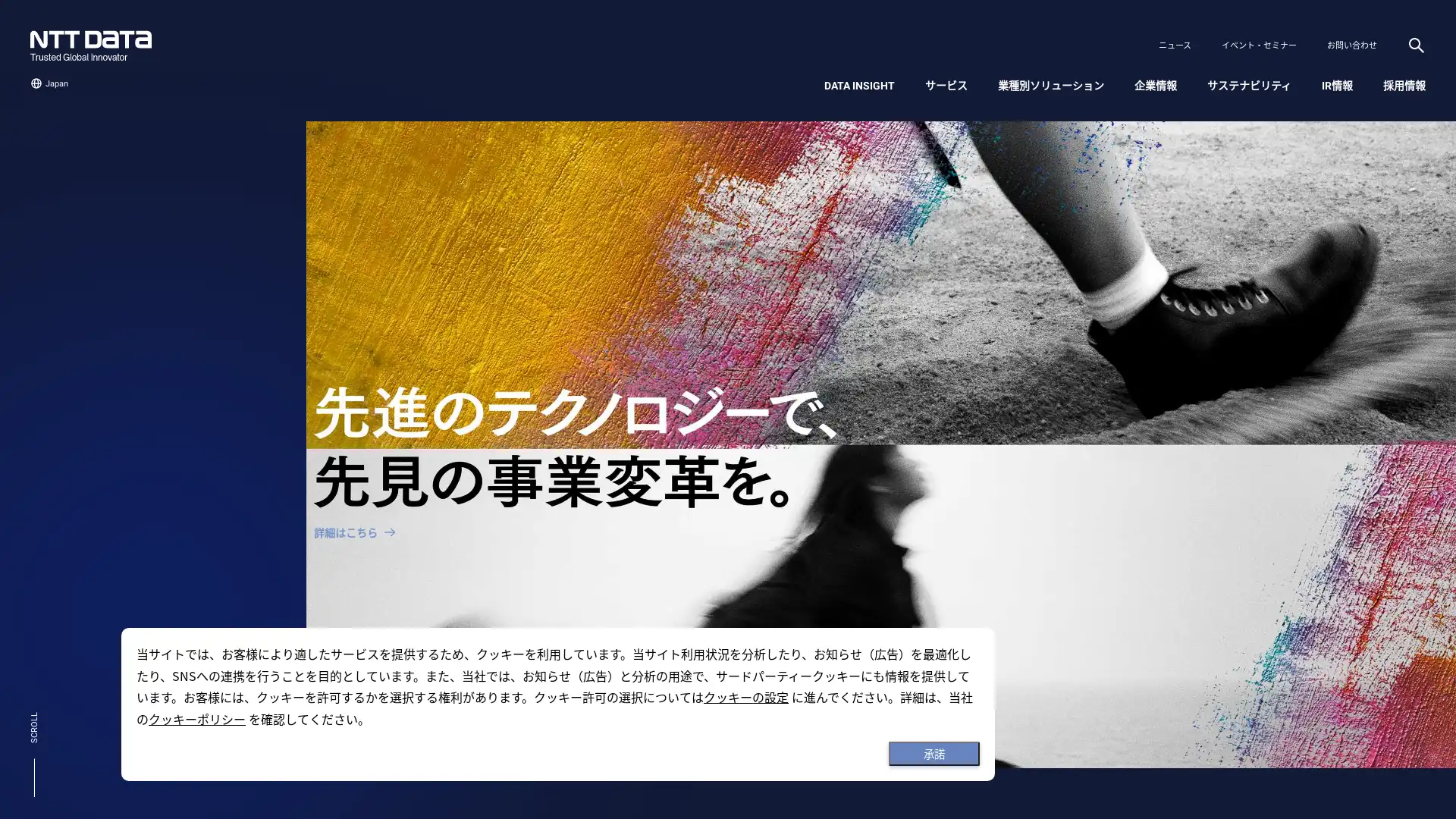  I want to click on Close consent Widget, so click(934, 754).